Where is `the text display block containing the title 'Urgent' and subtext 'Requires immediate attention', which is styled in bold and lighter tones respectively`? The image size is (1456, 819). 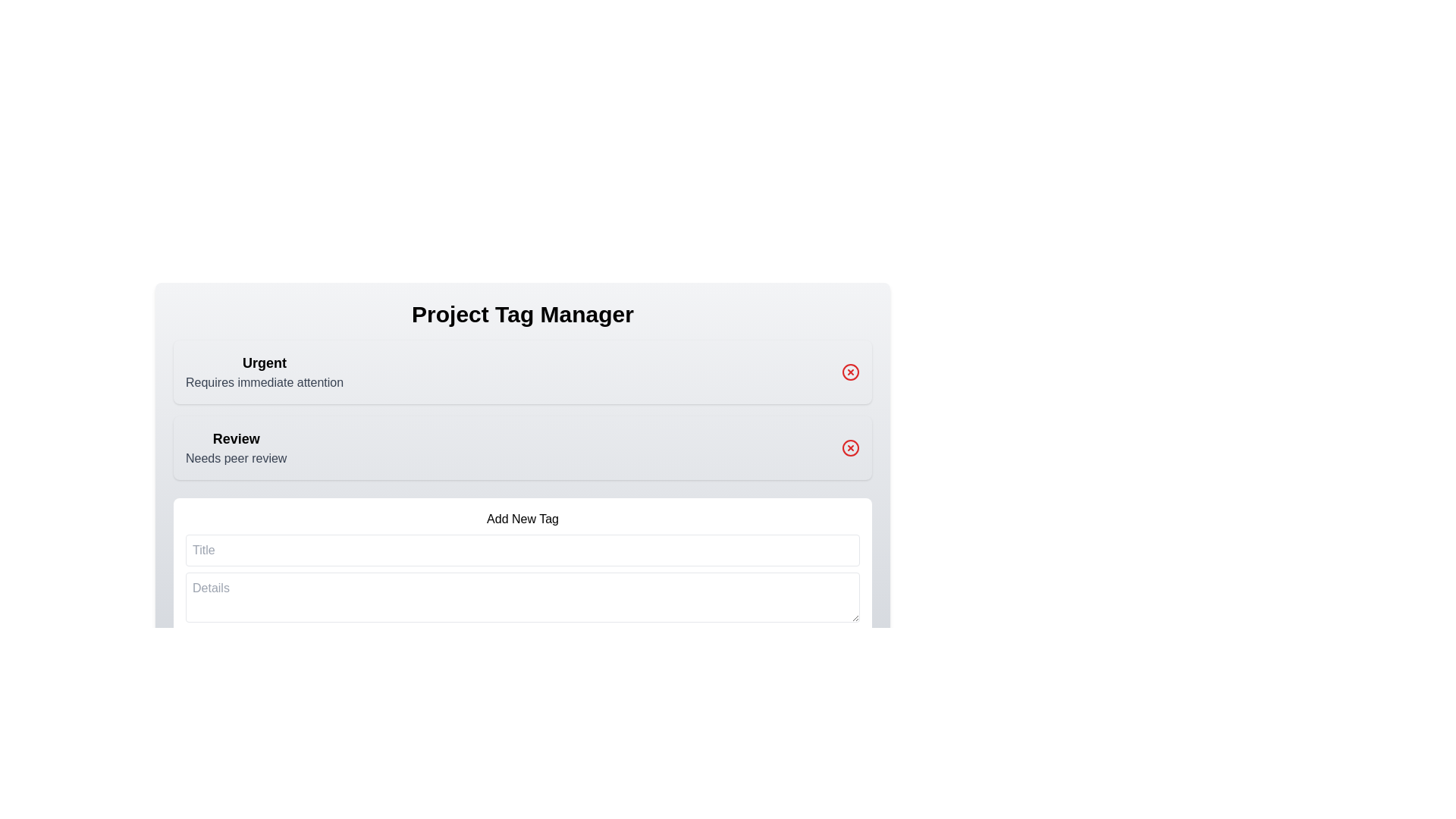
the text display block containing the title 'Urgent' and subtext 'Requires immediate attention', which is styled in bold and lighter tones respectively is located at coordinates (265, 372).